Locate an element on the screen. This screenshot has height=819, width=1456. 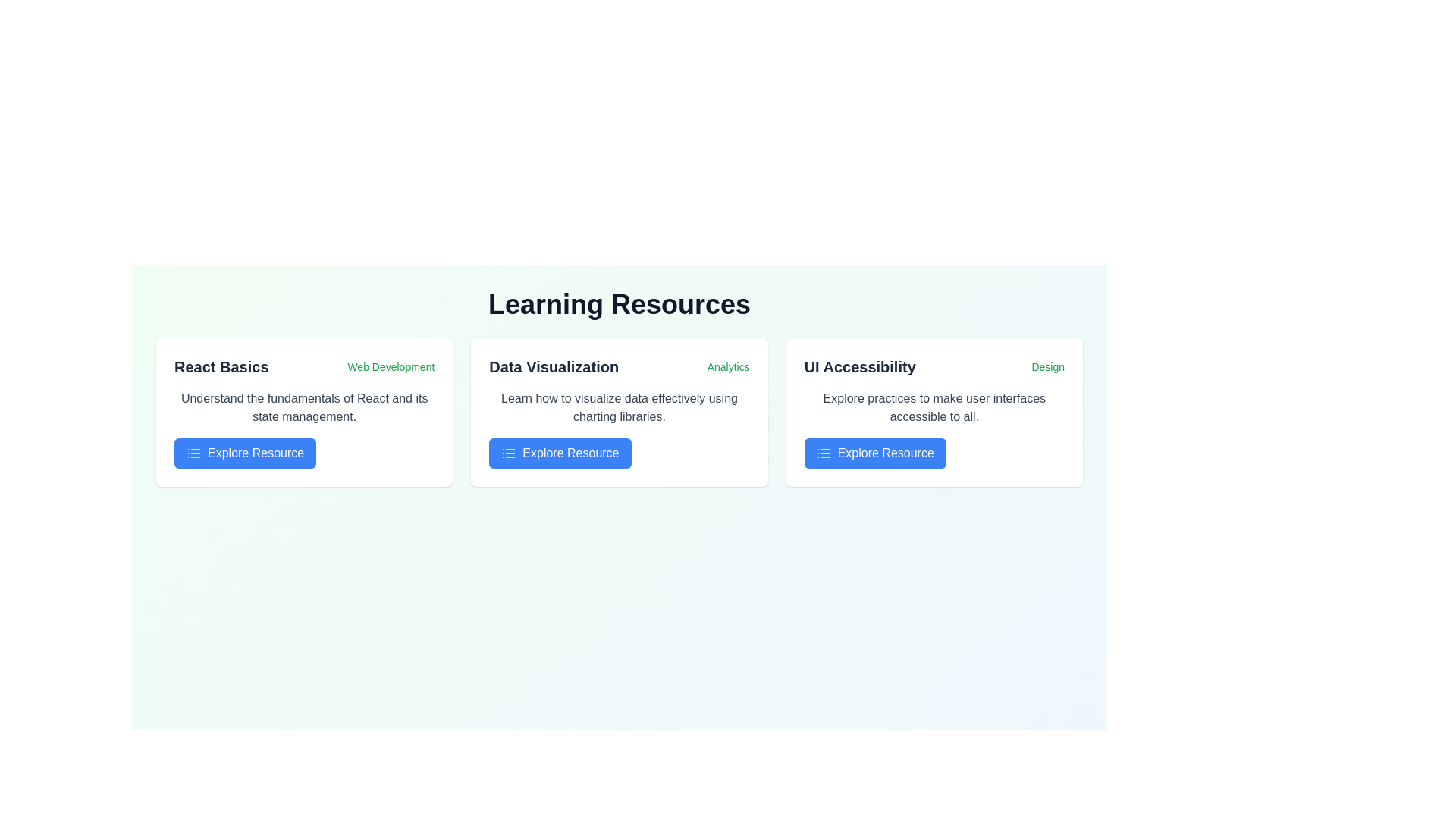
text contained in the informational card about 'React Basics', which is the first card in the grid layout of educational resources is located at coordinates (303, 412).